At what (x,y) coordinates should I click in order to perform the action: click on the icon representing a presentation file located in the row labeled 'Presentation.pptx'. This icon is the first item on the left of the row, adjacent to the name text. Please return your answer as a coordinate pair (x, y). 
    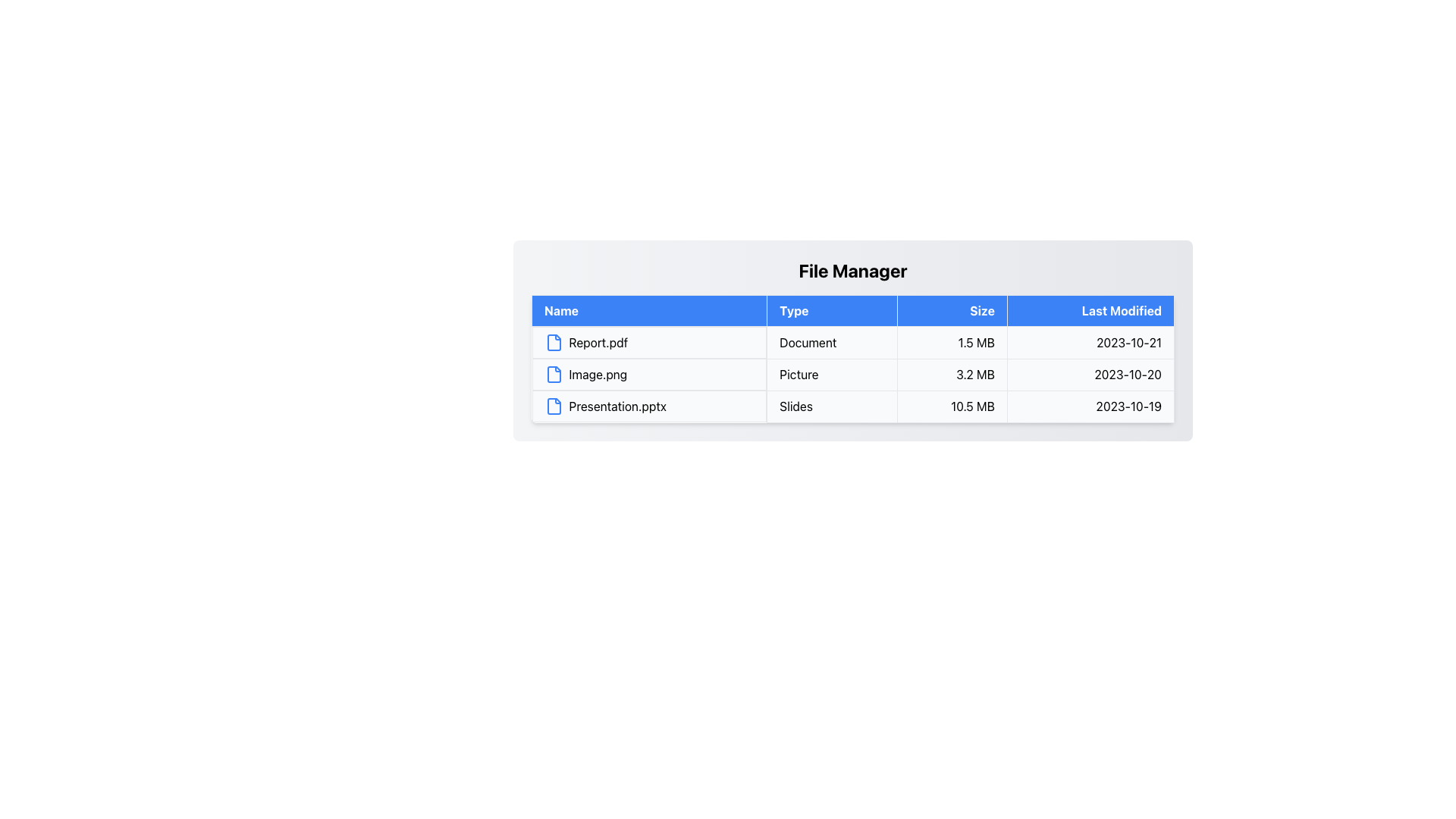
    Looking at the image, I should click on (553, 406).